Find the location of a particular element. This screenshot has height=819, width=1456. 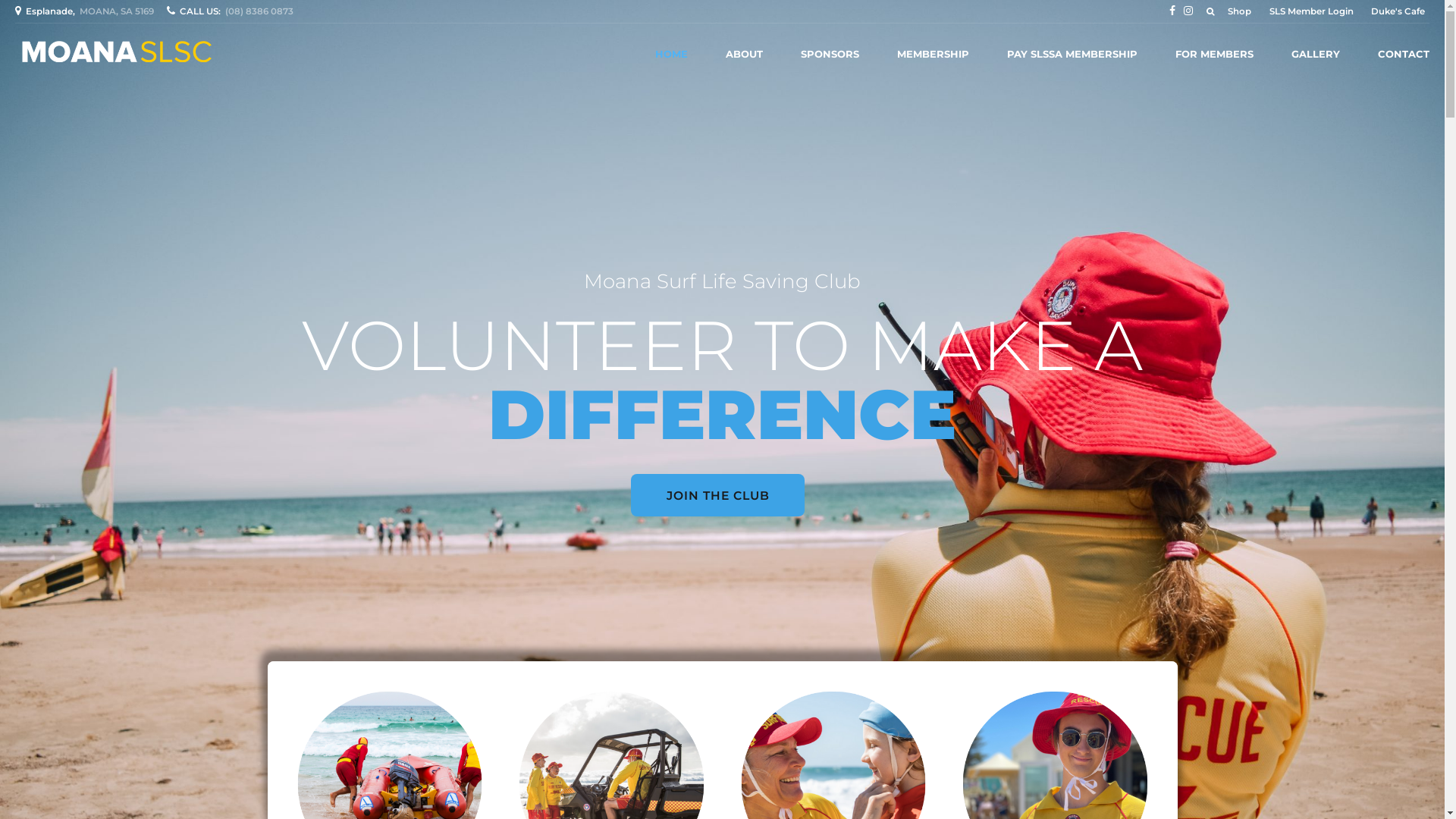

'CALL US:(08) 8386 0873' is located at coordinates (167, 11).